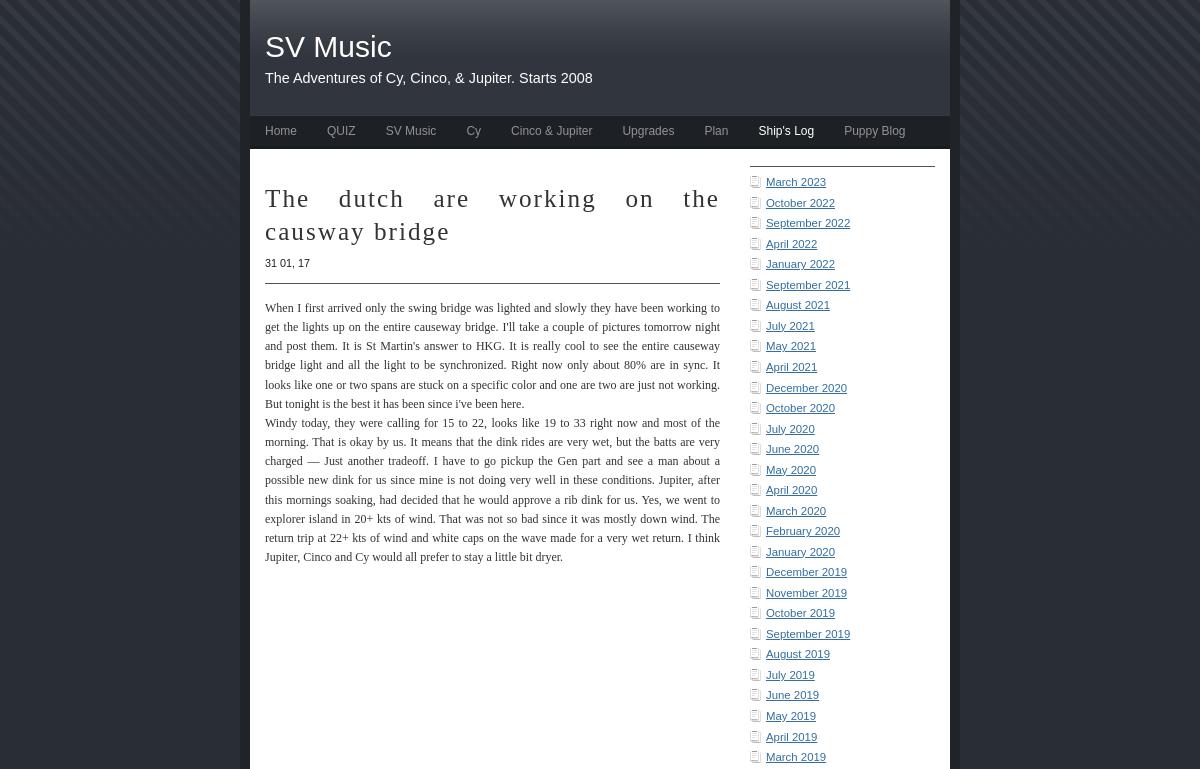 This screenshot has width=1200, height=769. Describe the element at coordinates (799, 408) in the screenshot. I see `'October 2020'` at that location.